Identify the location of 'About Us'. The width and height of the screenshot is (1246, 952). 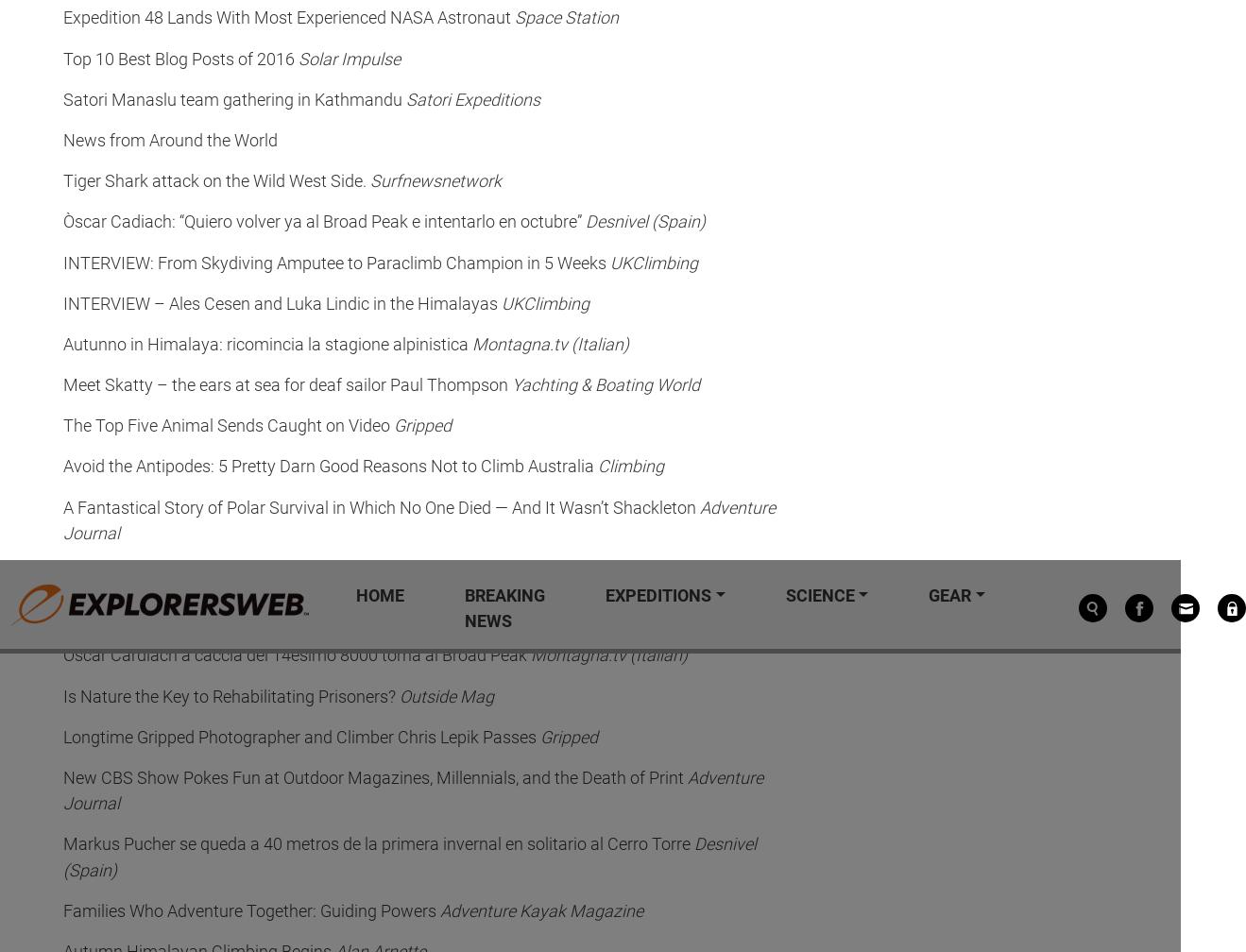
(89, 363).